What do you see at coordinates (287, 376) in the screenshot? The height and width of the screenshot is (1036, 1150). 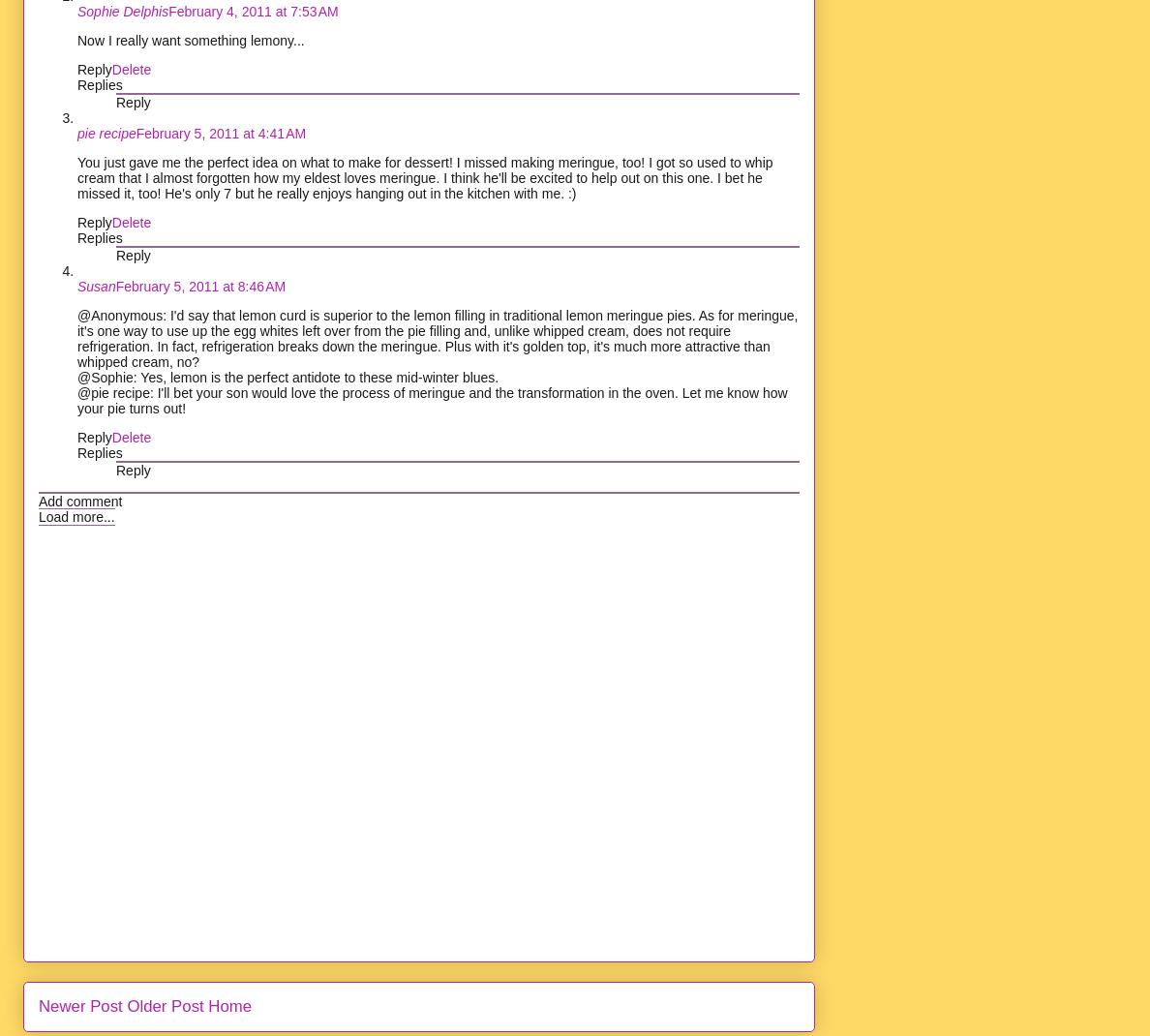 I see `'@Sophie: Yes, lemon is the perfect antidote to these mid-winter blues.'` at bounding box center [287, 376].